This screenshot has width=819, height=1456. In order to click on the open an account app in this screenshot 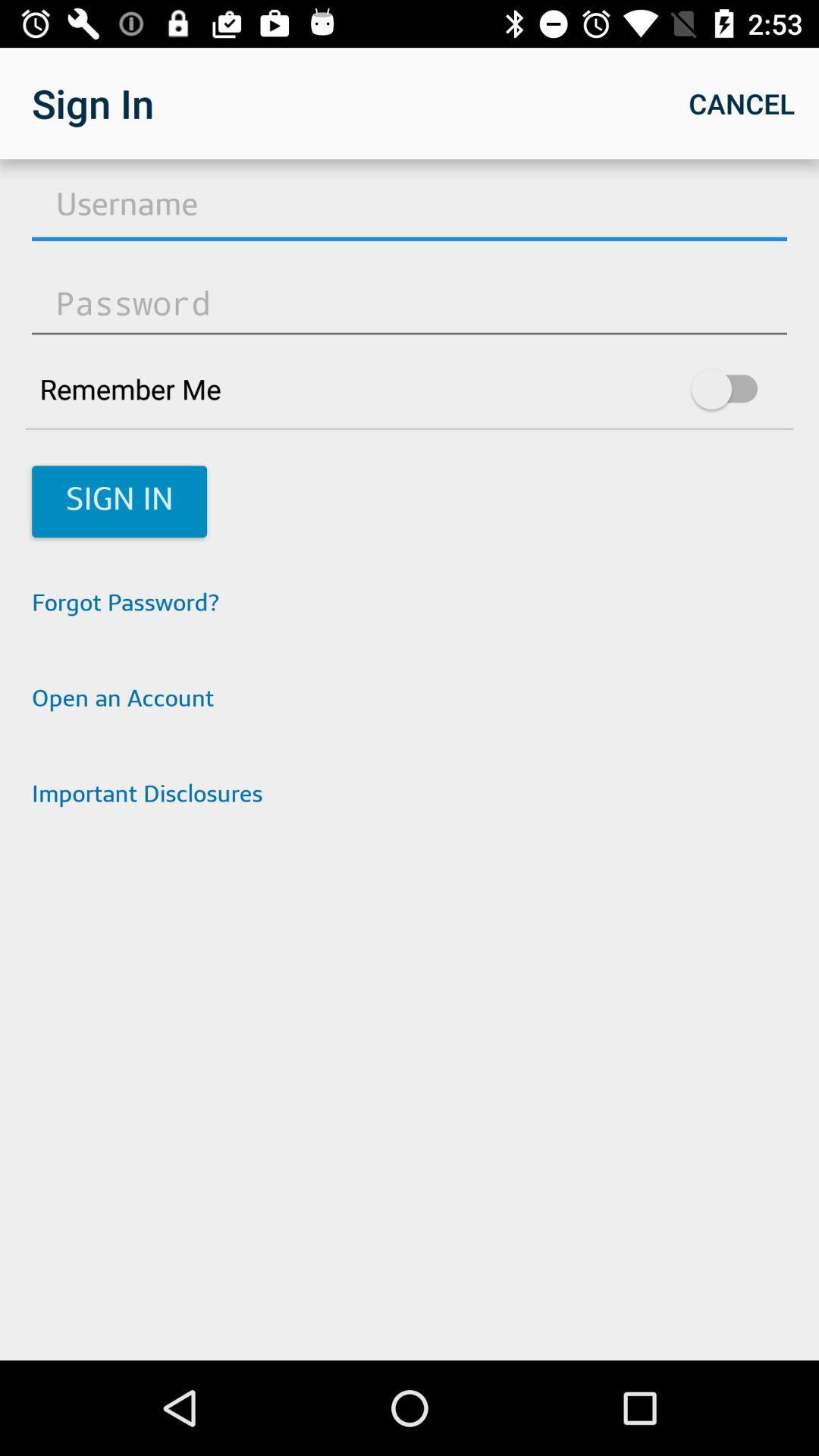, I will do `click(409, 700)`.